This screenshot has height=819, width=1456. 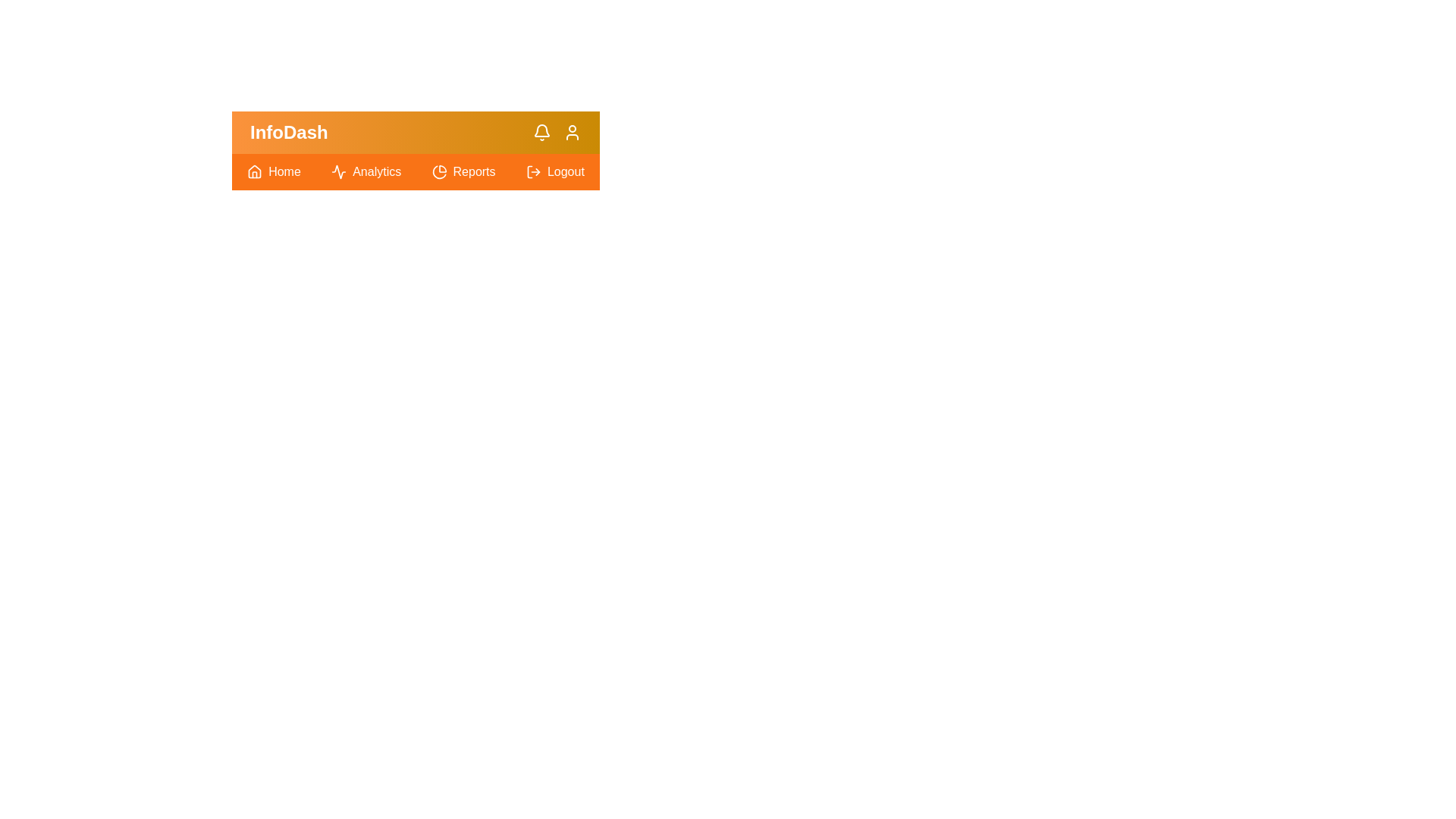 I want to click on the 'Analytics' link in the navigation bar, so click(x=366, y=171).